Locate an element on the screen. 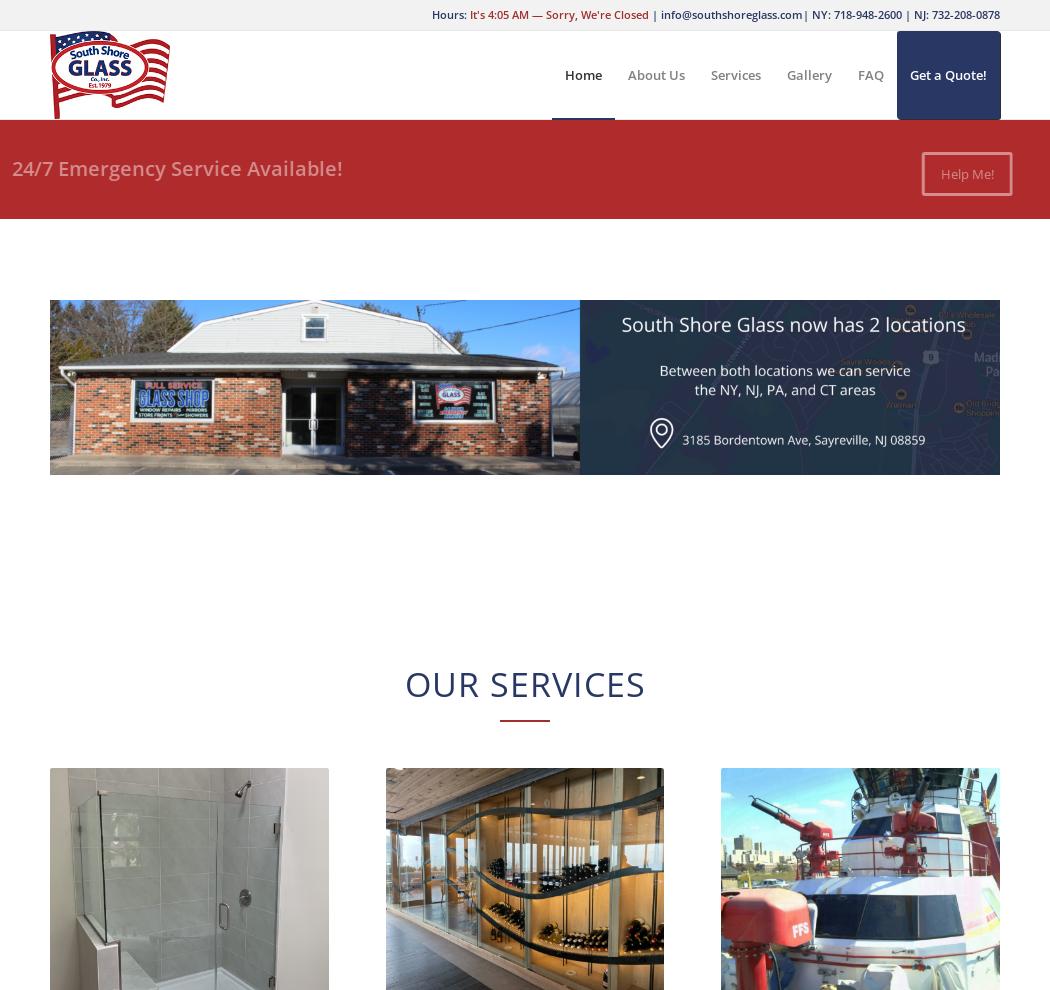  'info@southshoreglass.com' is located at coordinates (659, 13).